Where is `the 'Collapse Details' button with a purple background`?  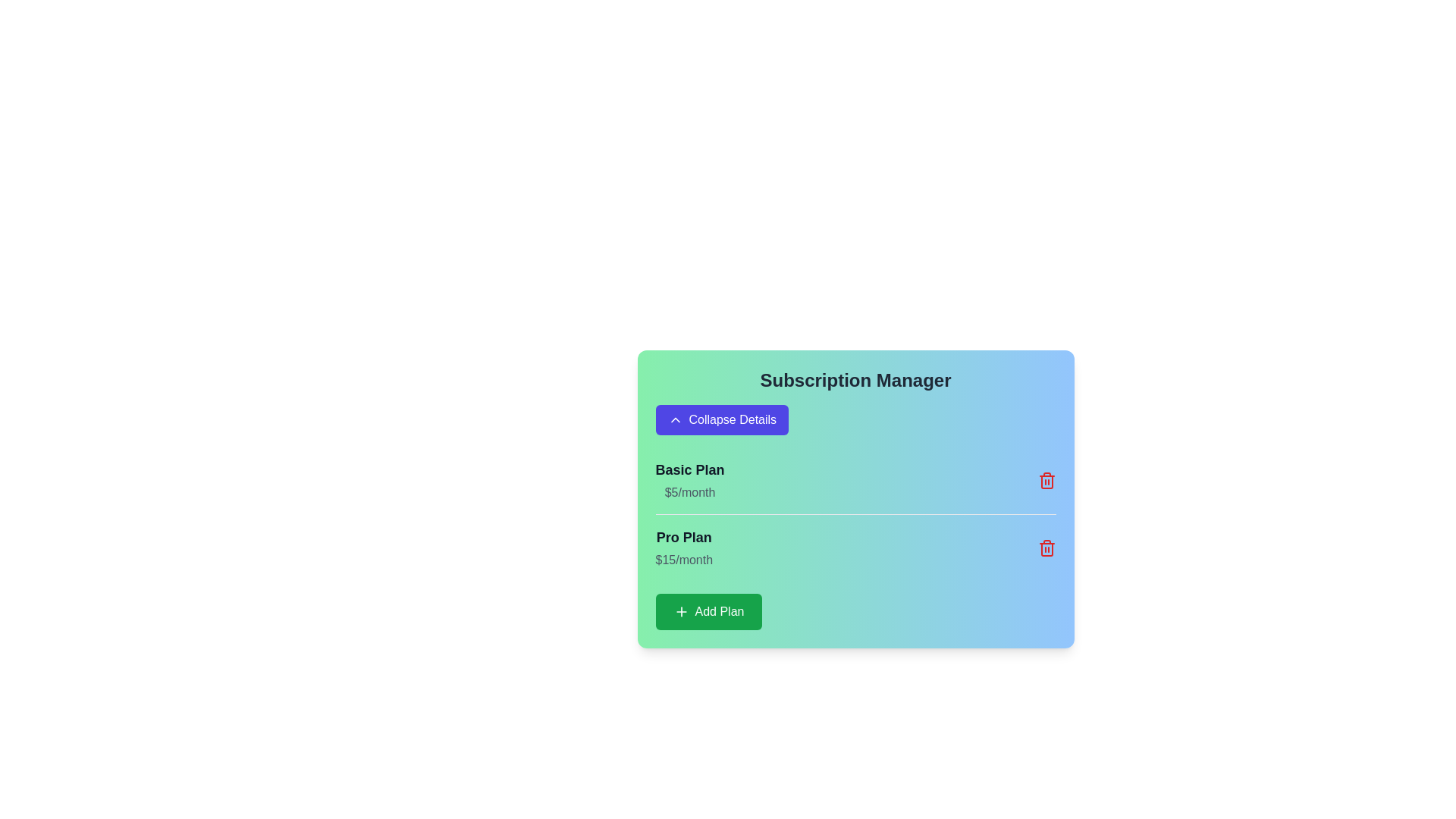
the 'Collapse Details' button with a purple background is located at coordinates (721, 420).